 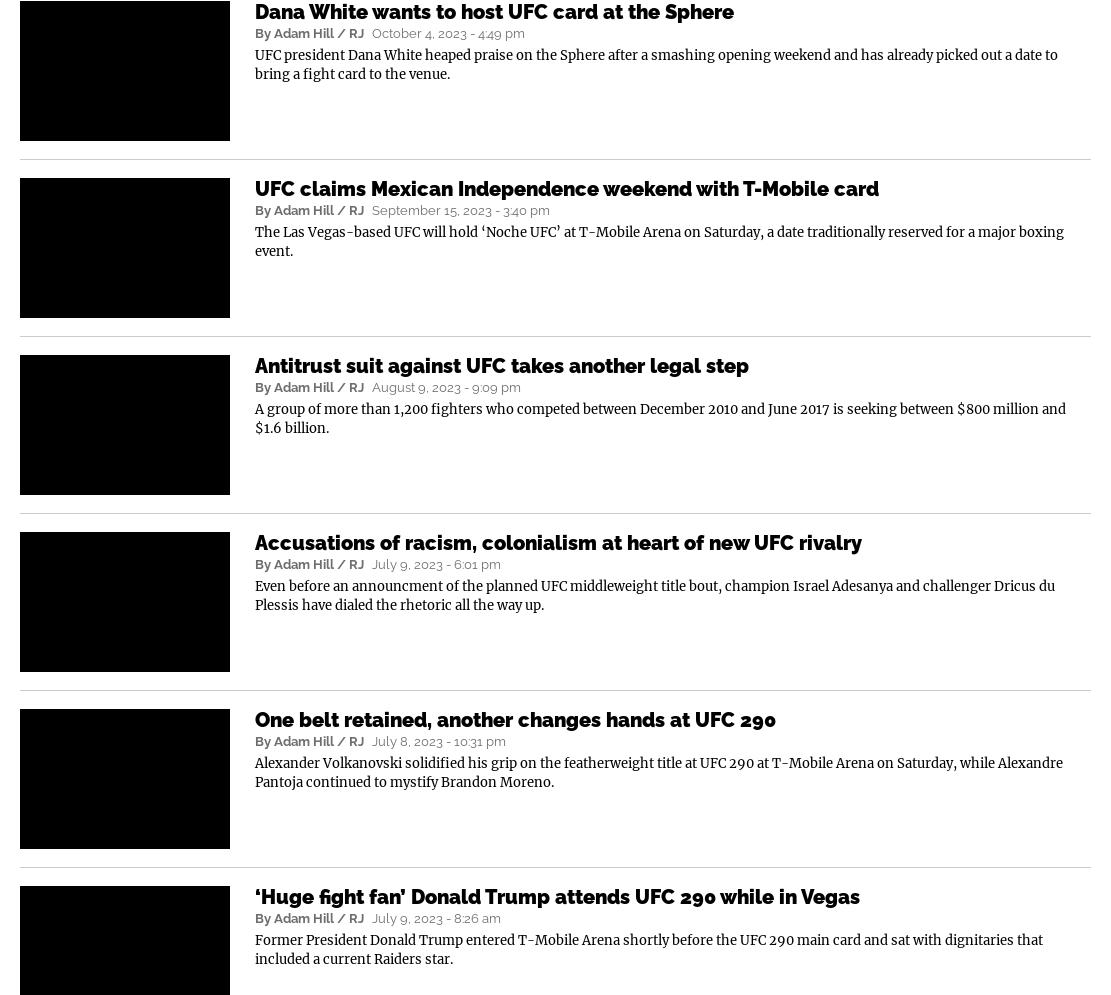 I want to click on 'October 4, 2023 - 4:49 pm', so click(x=447, y=33).